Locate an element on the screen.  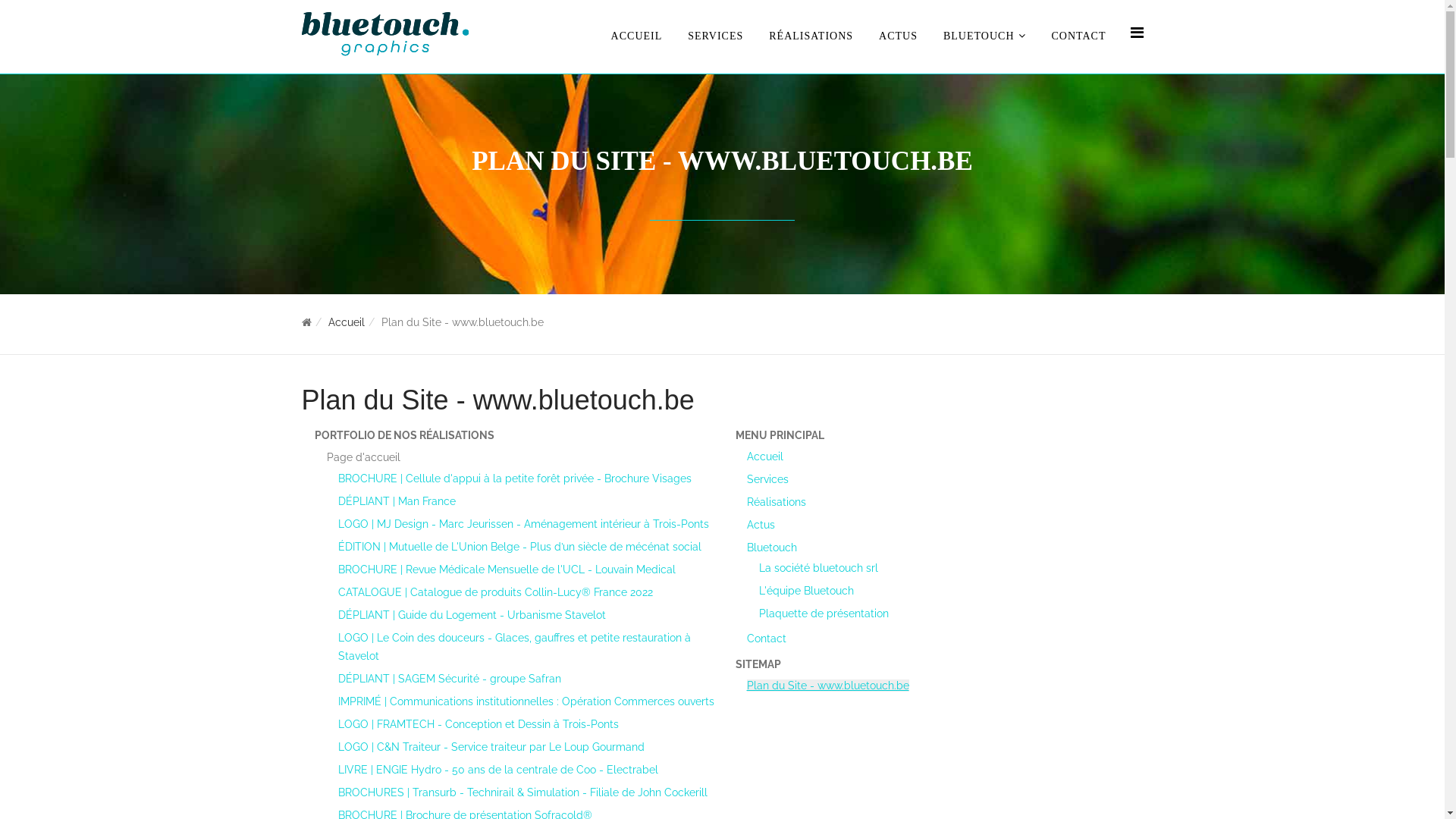
'BLUETOUCH' is located at coordinates (984, 35).